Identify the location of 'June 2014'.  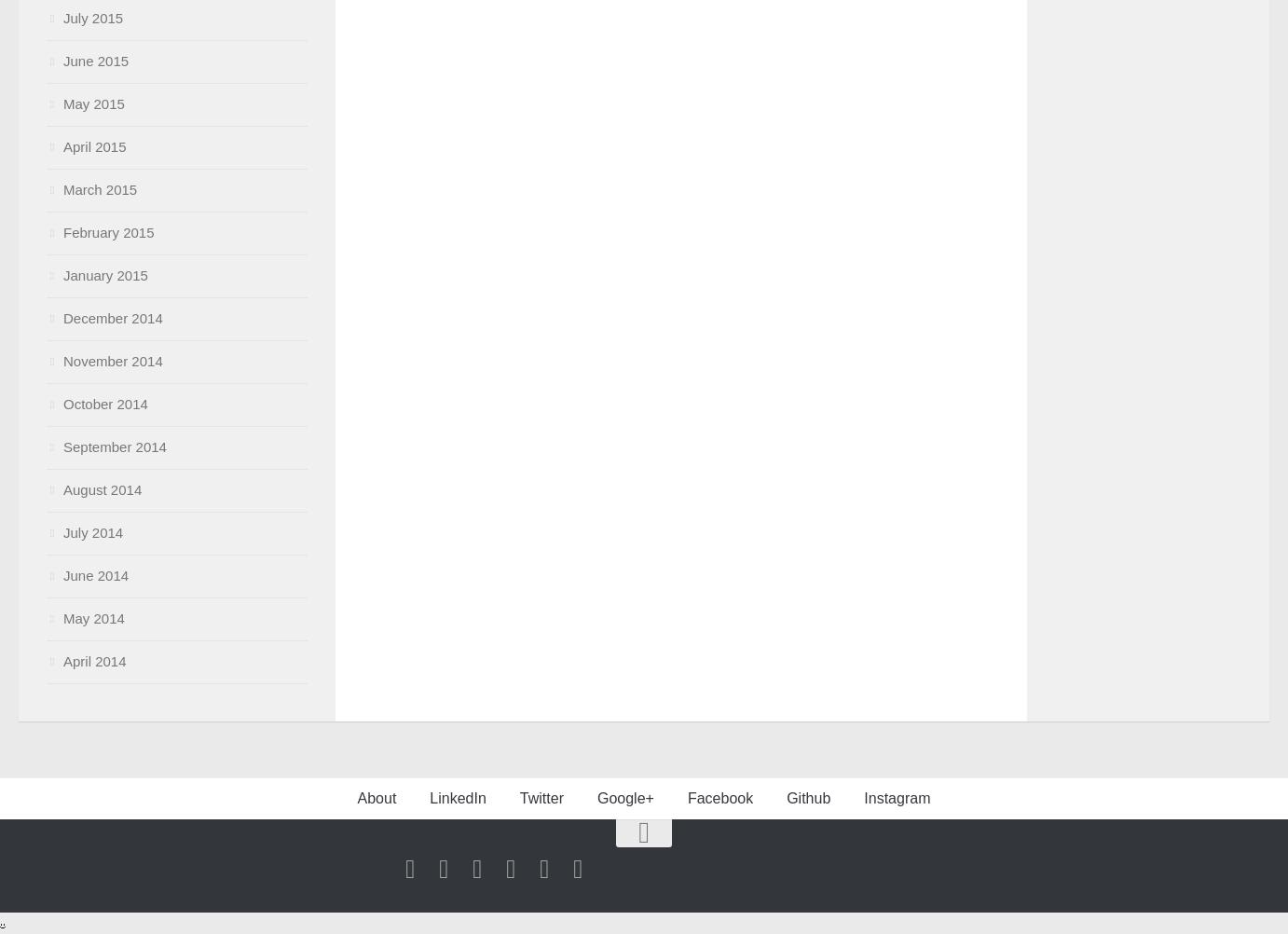
(95, 574).